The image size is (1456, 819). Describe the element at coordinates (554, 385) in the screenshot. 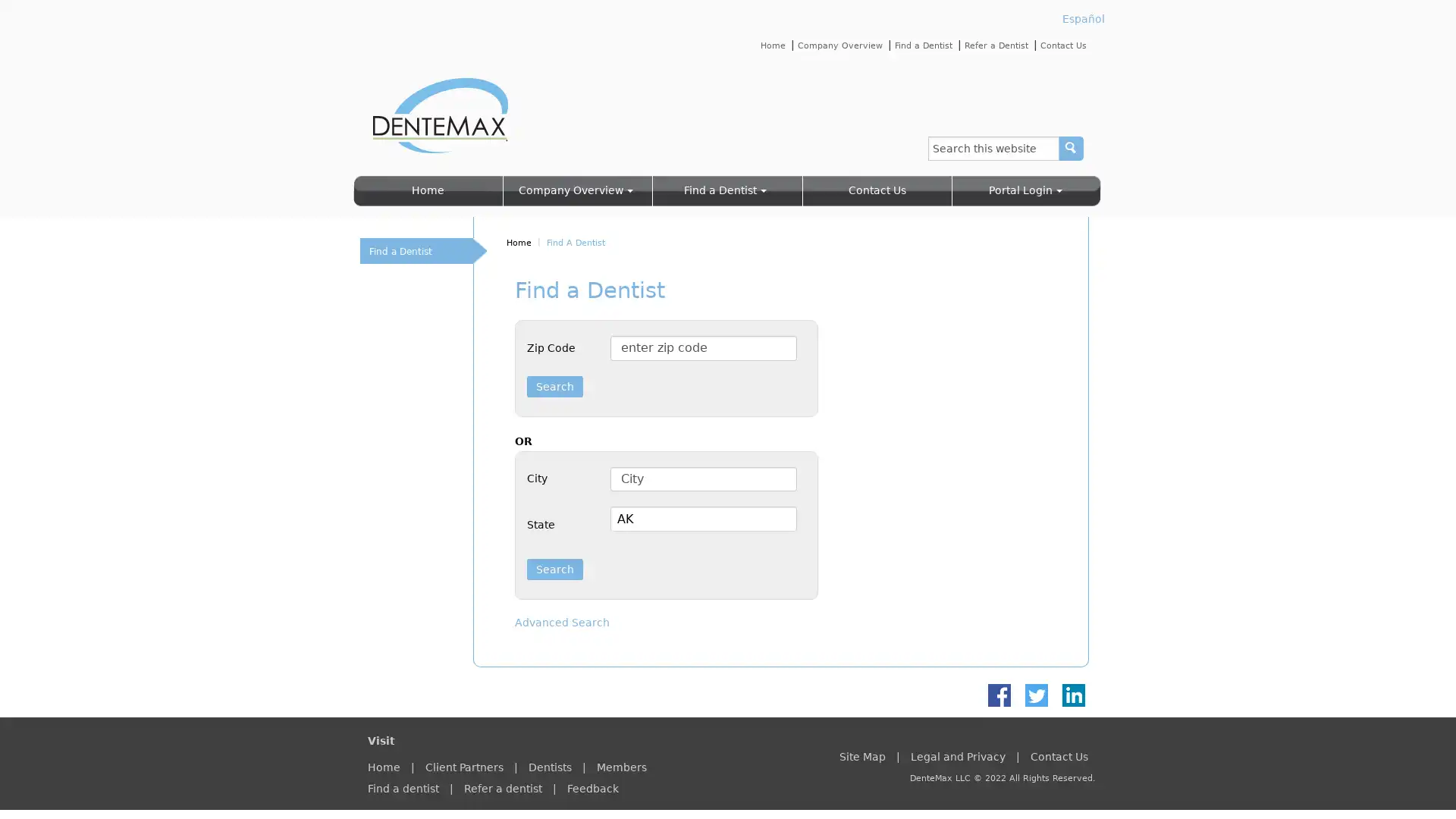

I see `Search` at that location.